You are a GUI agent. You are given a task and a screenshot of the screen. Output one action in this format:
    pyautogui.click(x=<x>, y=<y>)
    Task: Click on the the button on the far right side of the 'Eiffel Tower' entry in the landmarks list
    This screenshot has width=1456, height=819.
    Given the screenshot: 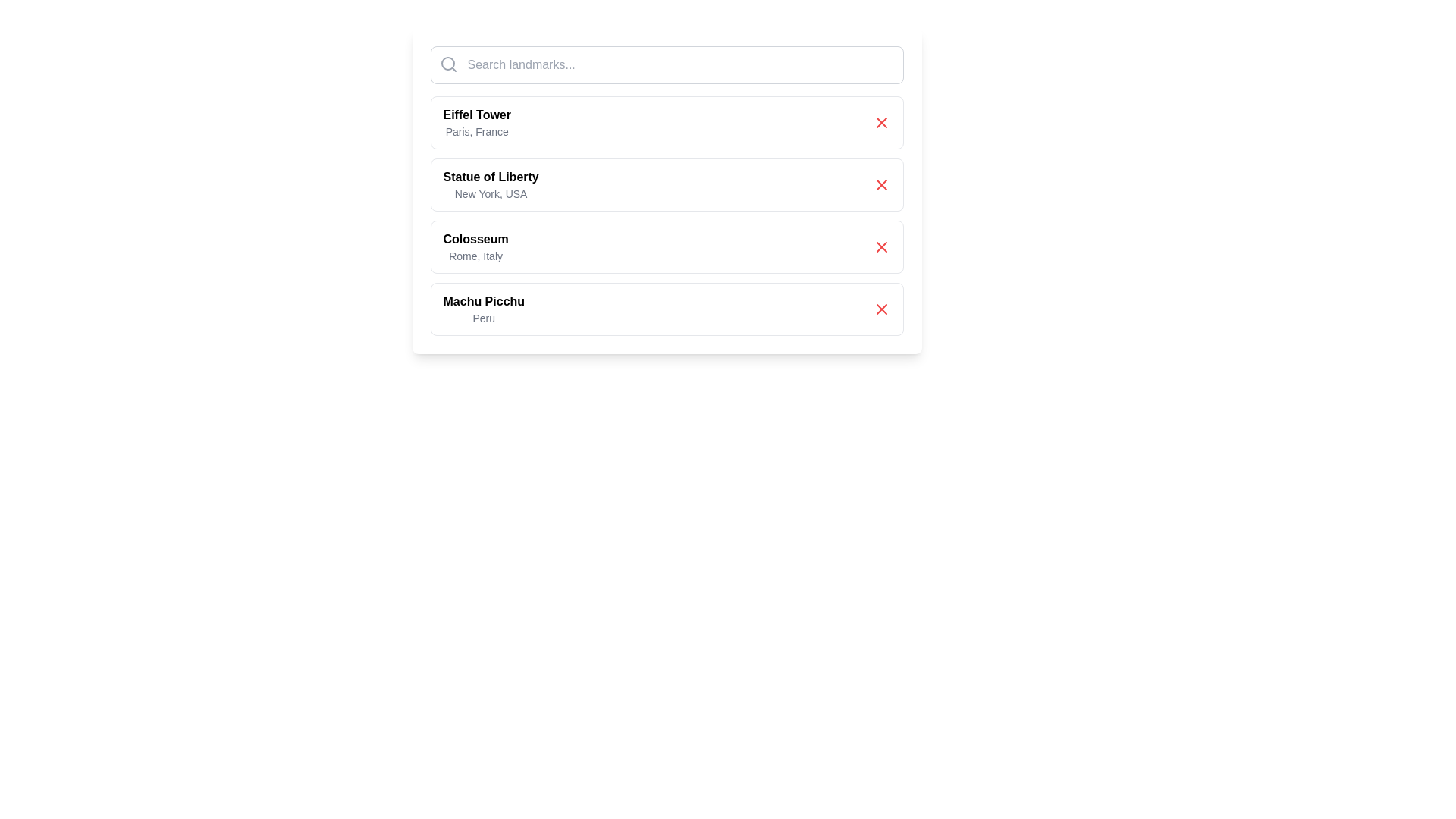 What is the action you would take?
    pyautogui.click(x=881, y=122)
    